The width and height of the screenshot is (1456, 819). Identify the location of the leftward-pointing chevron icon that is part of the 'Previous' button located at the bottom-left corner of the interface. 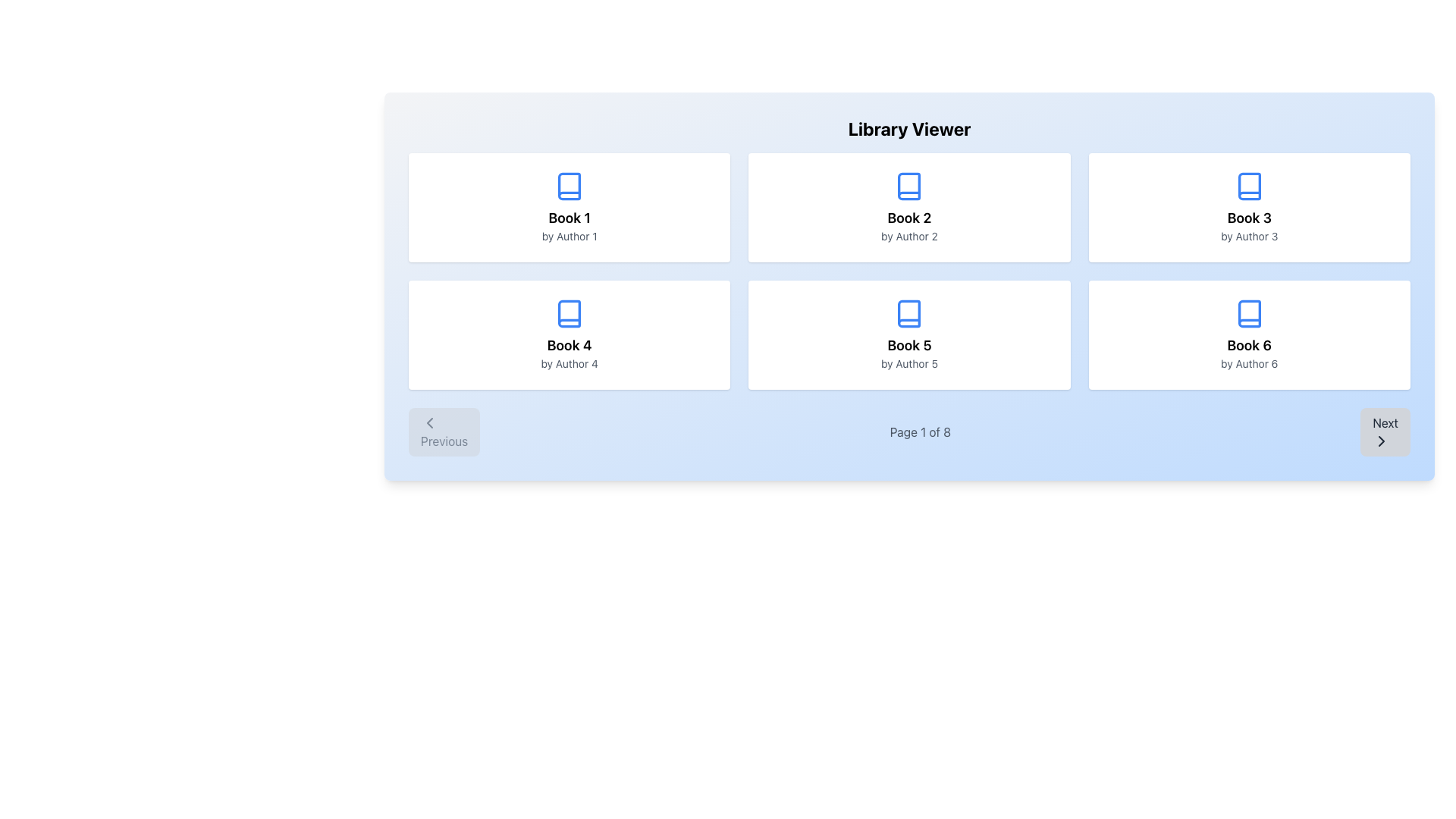
(428, 423).